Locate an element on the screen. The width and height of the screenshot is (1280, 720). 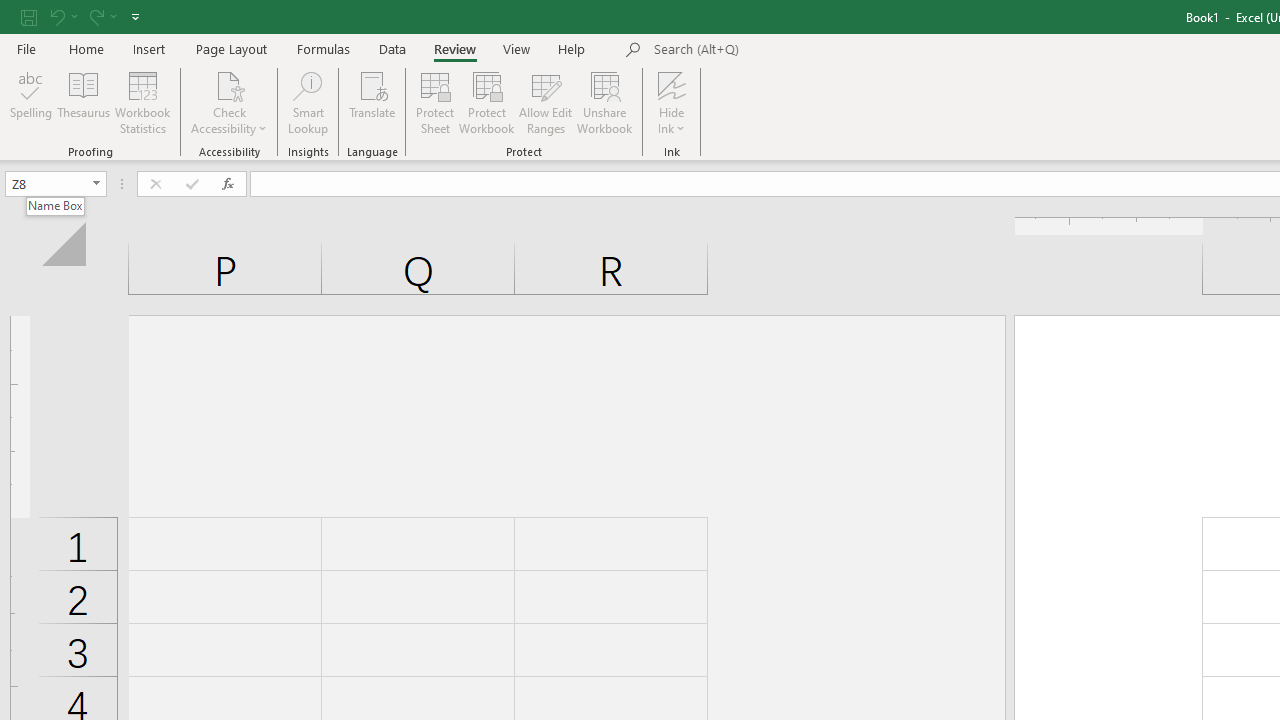
'Smart Lookup' is located at coordinates (307, 103).